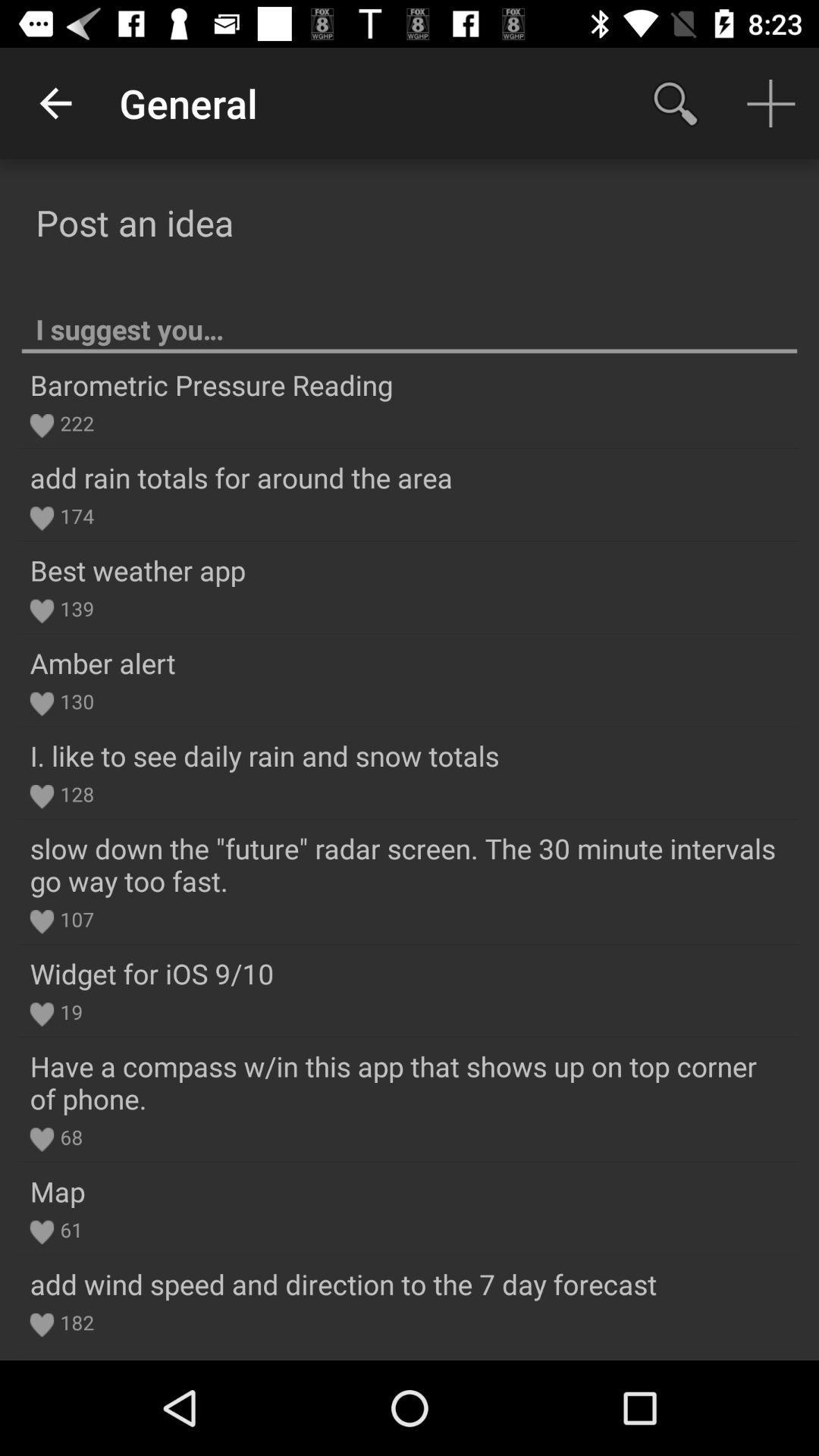 This screenshot has height=1456, width=819. Describe the element at coordinates (675, 103) in the screenshot. I see `the search icon` at that location.